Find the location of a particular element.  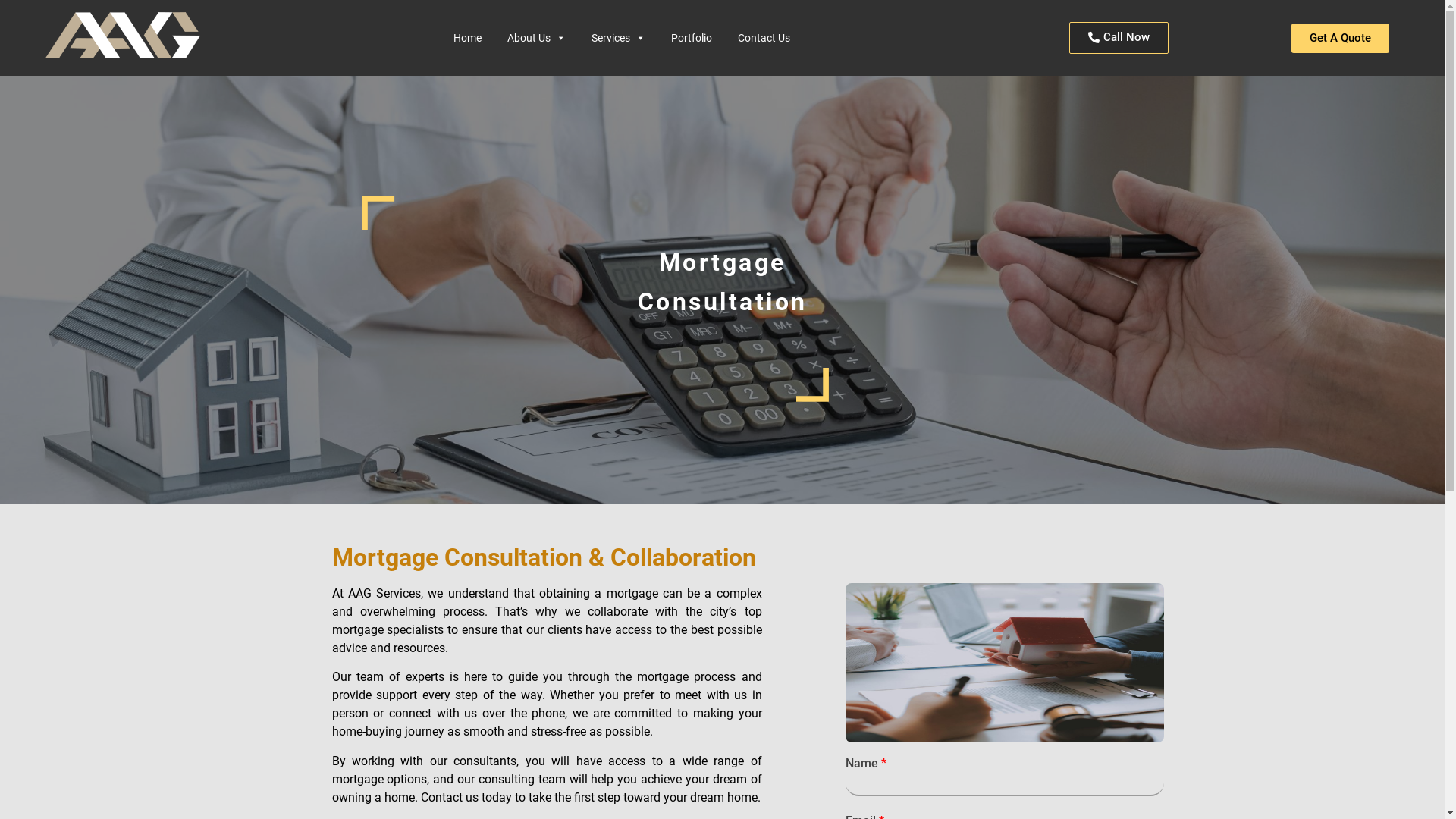

'About Us' is located at coordinates (536, 37).